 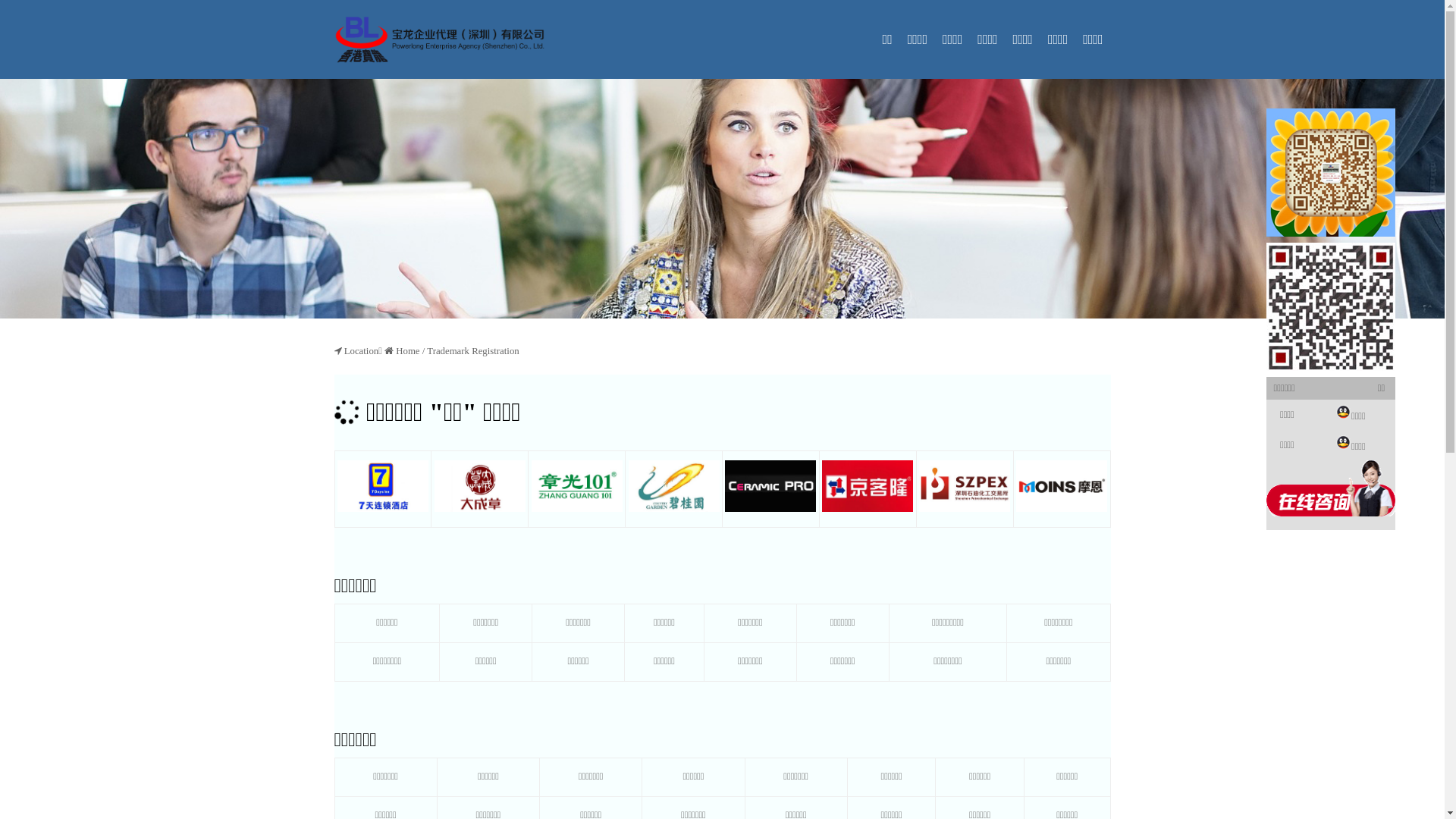 I want to click on 'Home', so click(x=407, y=350).